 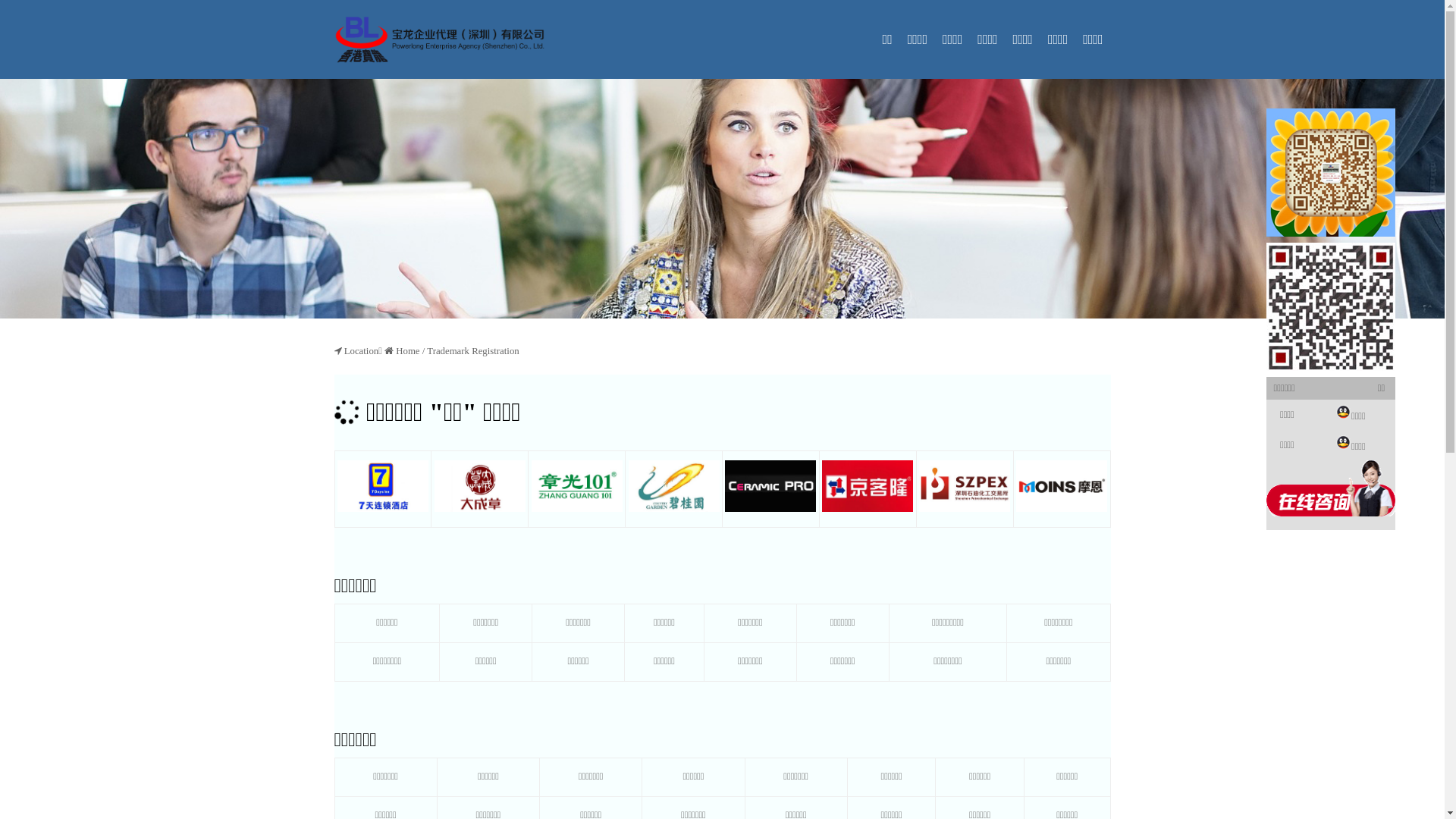 I want to click on 'Home', so click(x=407, y=350).